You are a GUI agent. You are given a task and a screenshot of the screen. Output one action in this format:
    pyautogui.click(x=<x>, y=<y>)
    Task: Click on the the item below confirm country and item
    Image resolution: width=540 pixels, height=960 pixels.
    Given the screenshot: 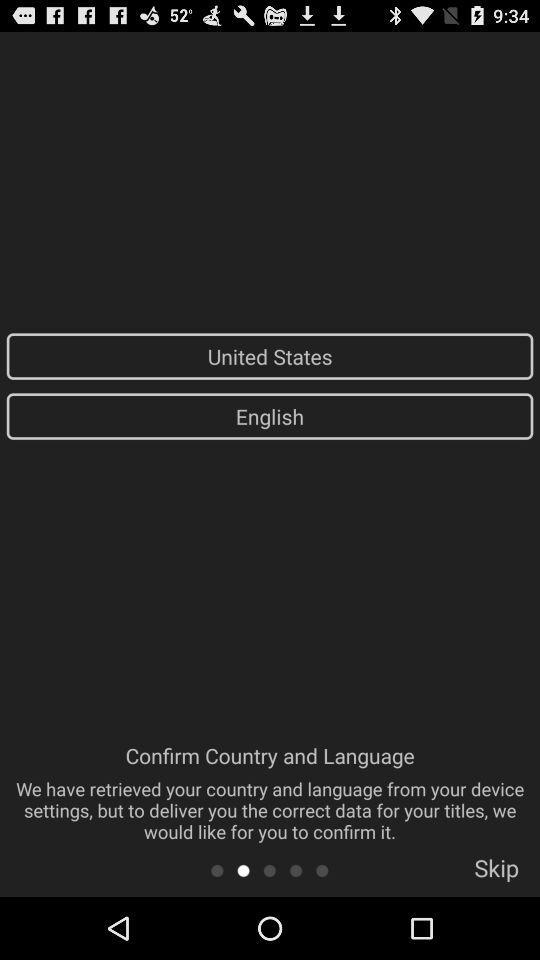 What is the action you would take?
    pyautogui.click(x=495, y=873)
    